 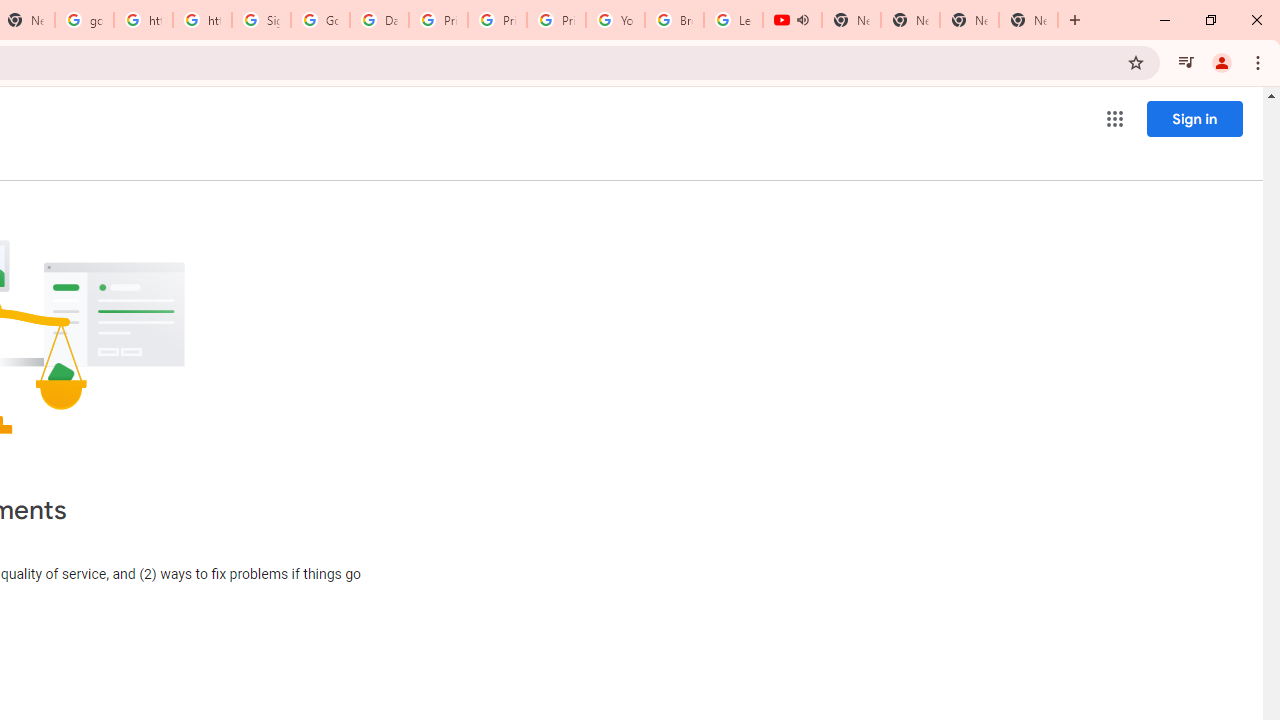 What do you see at coordinates (260, 20) in the screenshot?
I see `'Sign in - Google Accounts'` at bounding box center [260, 20].